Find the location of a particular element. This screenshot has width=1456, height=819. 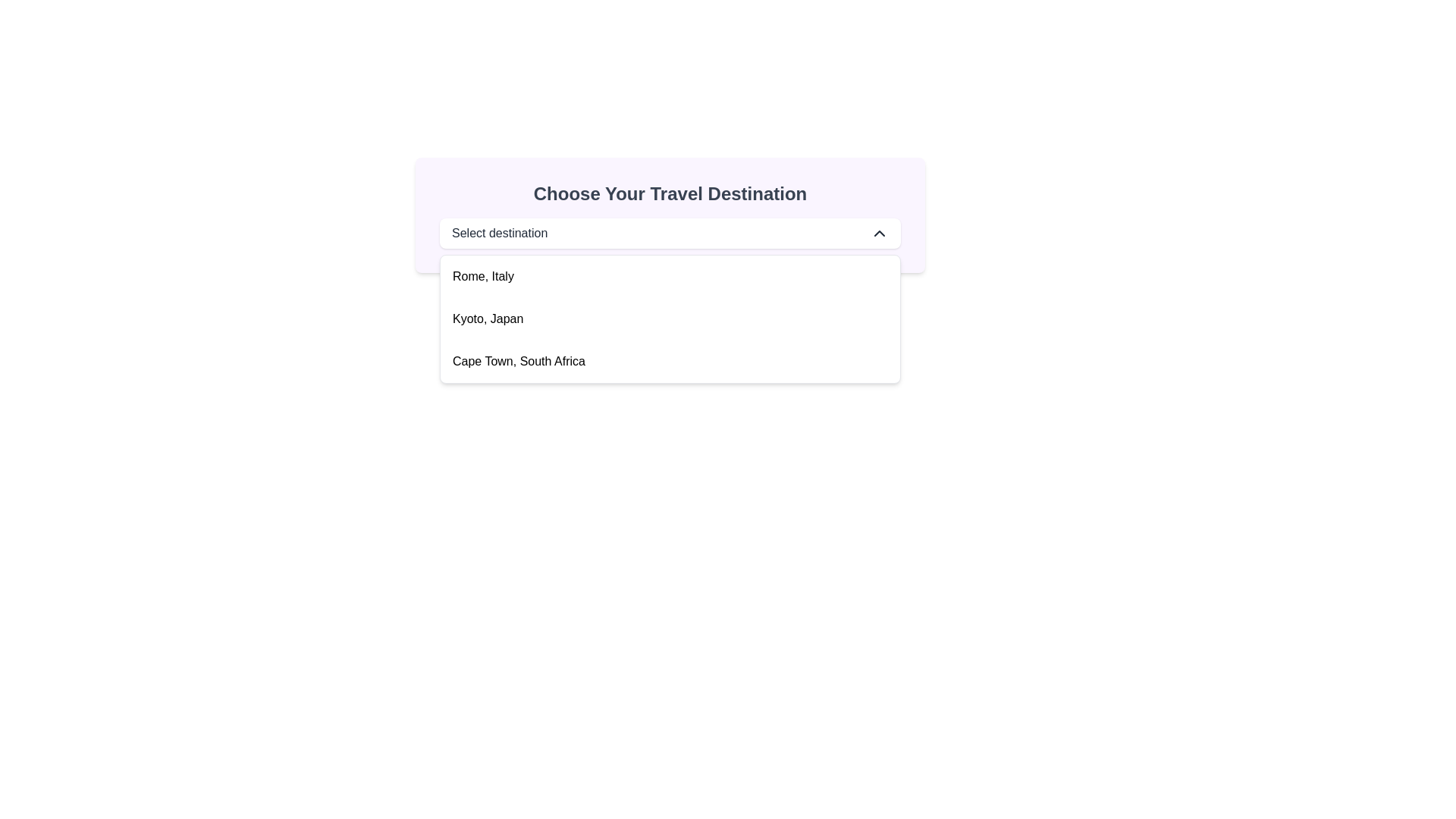

the dropdown menu labeled 'Select destination' for accessibility navigation, located below the text 'Choose Your Travel Destination' is located at coordinates (669, 234).